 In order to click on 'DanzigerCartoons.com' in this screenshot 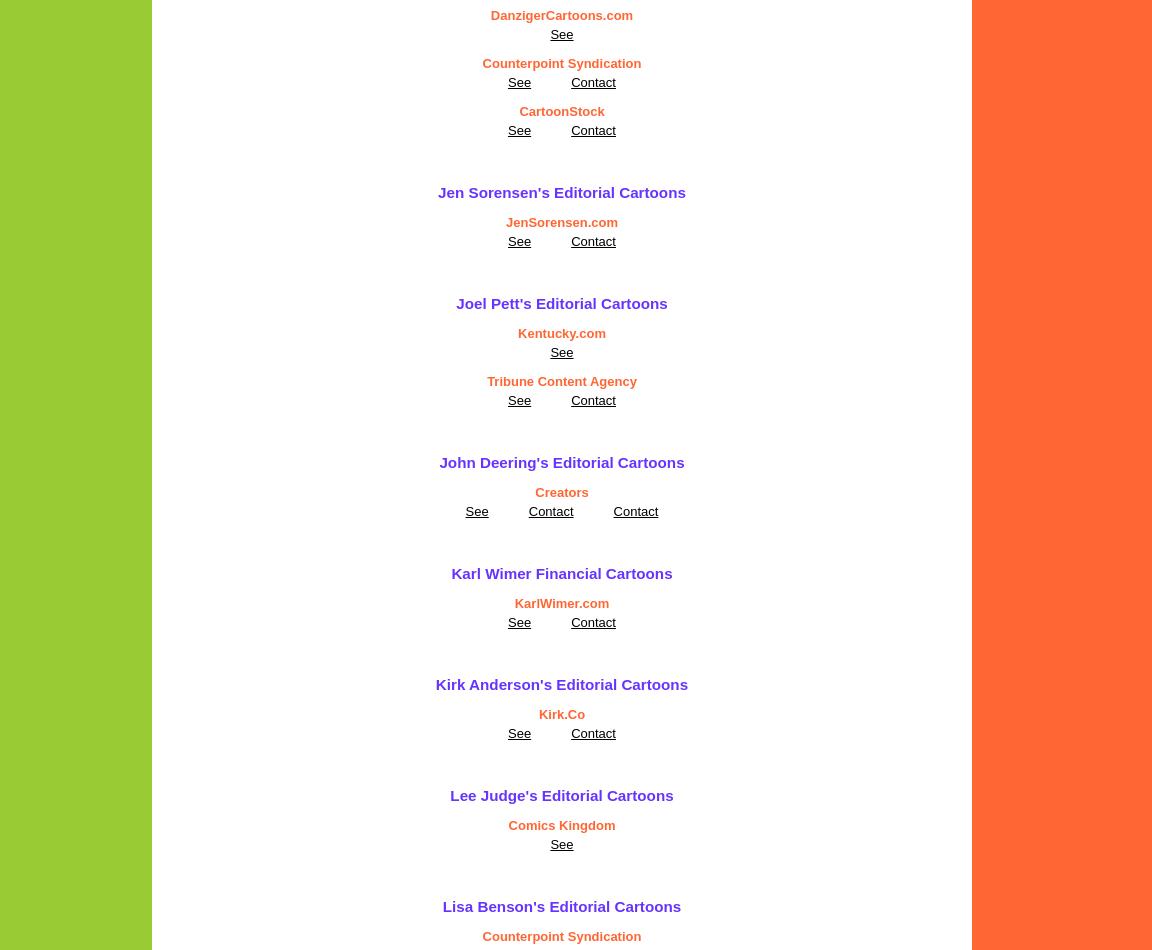, I will do `click(561, 15)`.